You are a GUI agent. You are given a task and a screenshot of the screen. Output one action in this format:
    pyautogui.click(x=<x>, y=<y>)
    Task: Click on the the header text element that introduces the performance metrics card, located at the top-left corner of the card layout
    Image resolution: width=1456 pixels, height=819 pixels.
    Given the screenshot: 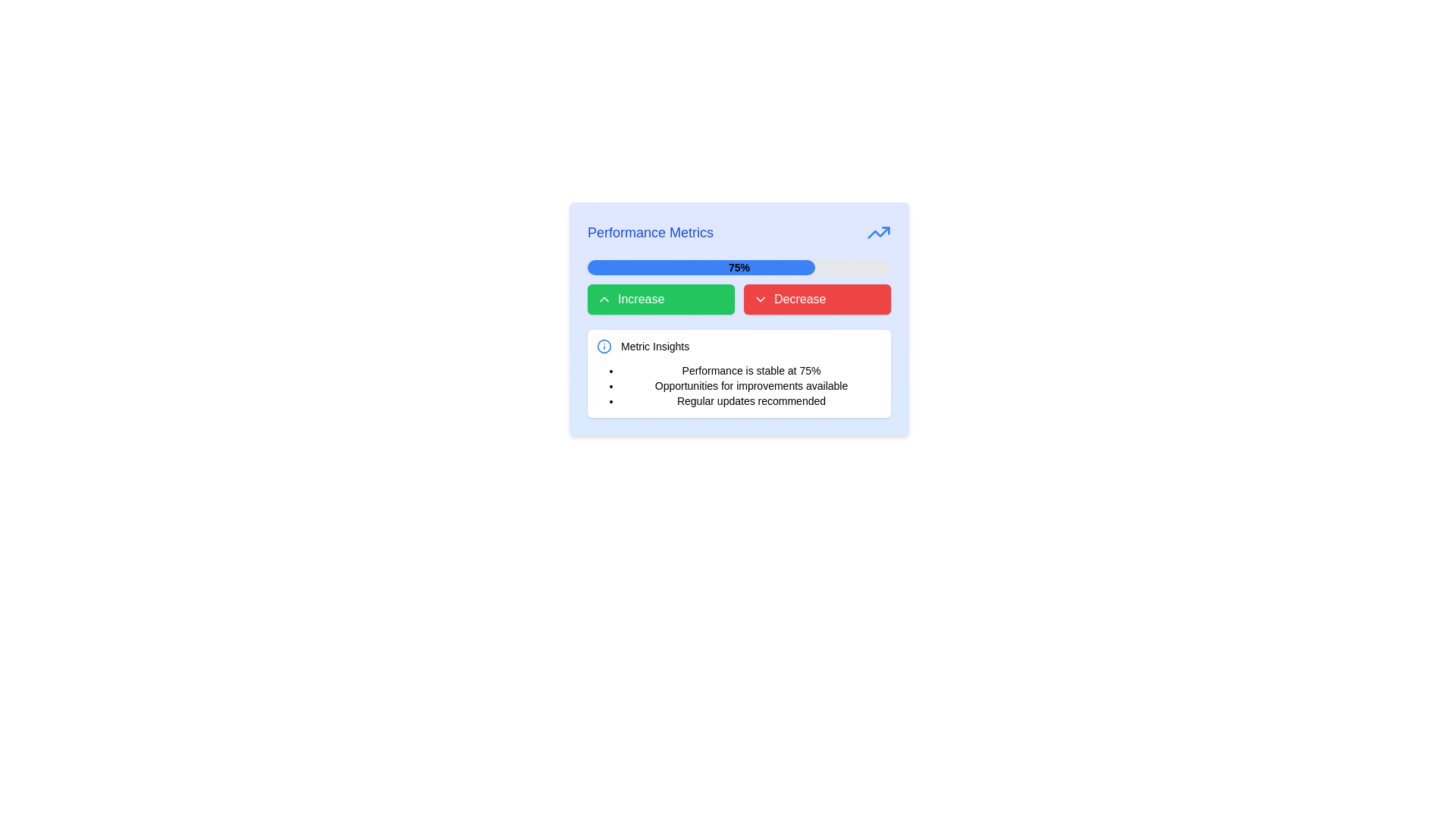 What is the action you would take?
    pyautogui.click(x=651, y=233)
    